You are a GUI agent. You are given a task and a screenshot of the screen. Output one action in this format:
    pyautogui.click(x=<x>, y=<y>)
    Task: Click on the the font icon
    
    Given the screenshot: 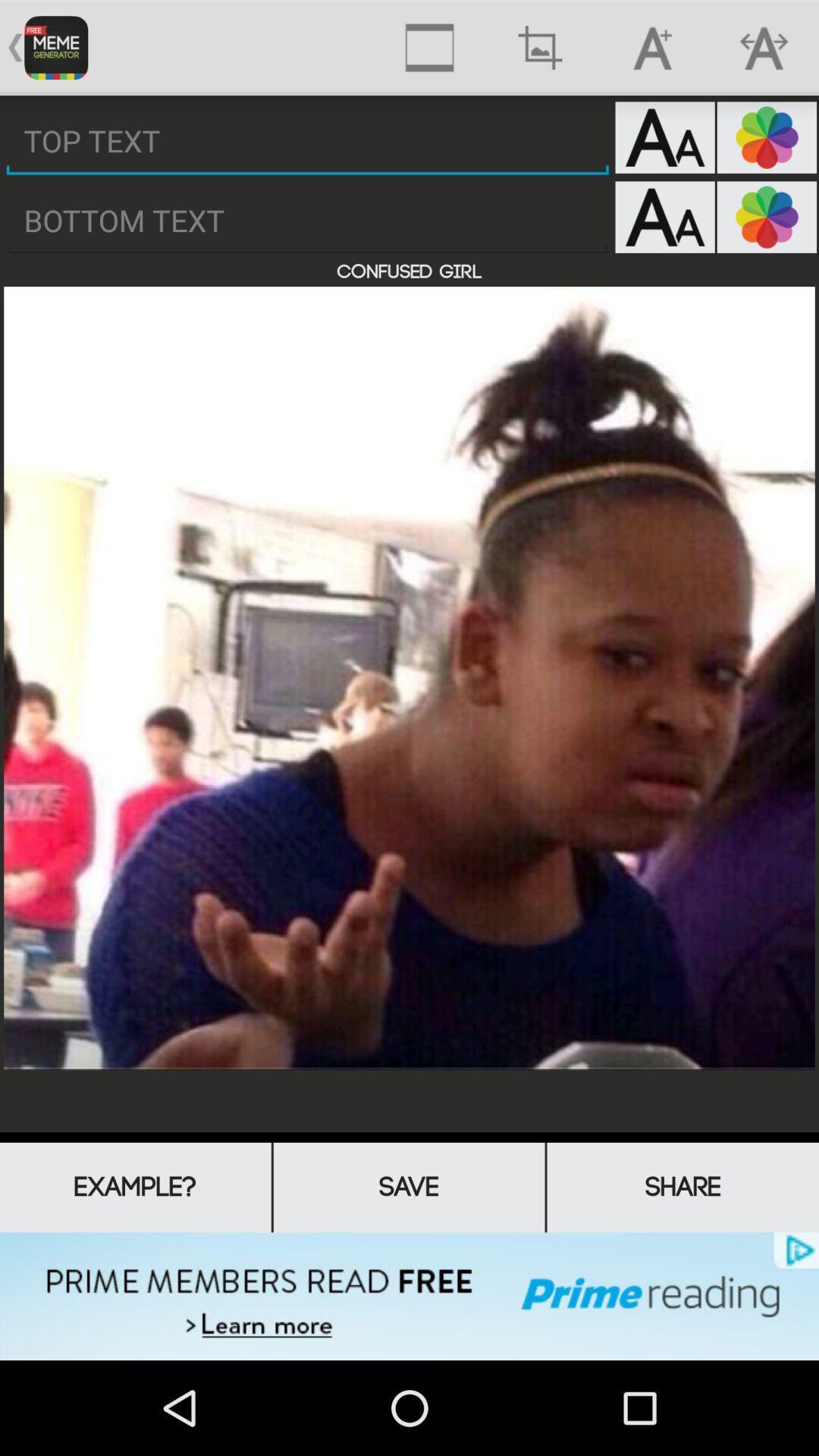 What is the action you would take?
    pyautogui.click(x=664, y=231)
    